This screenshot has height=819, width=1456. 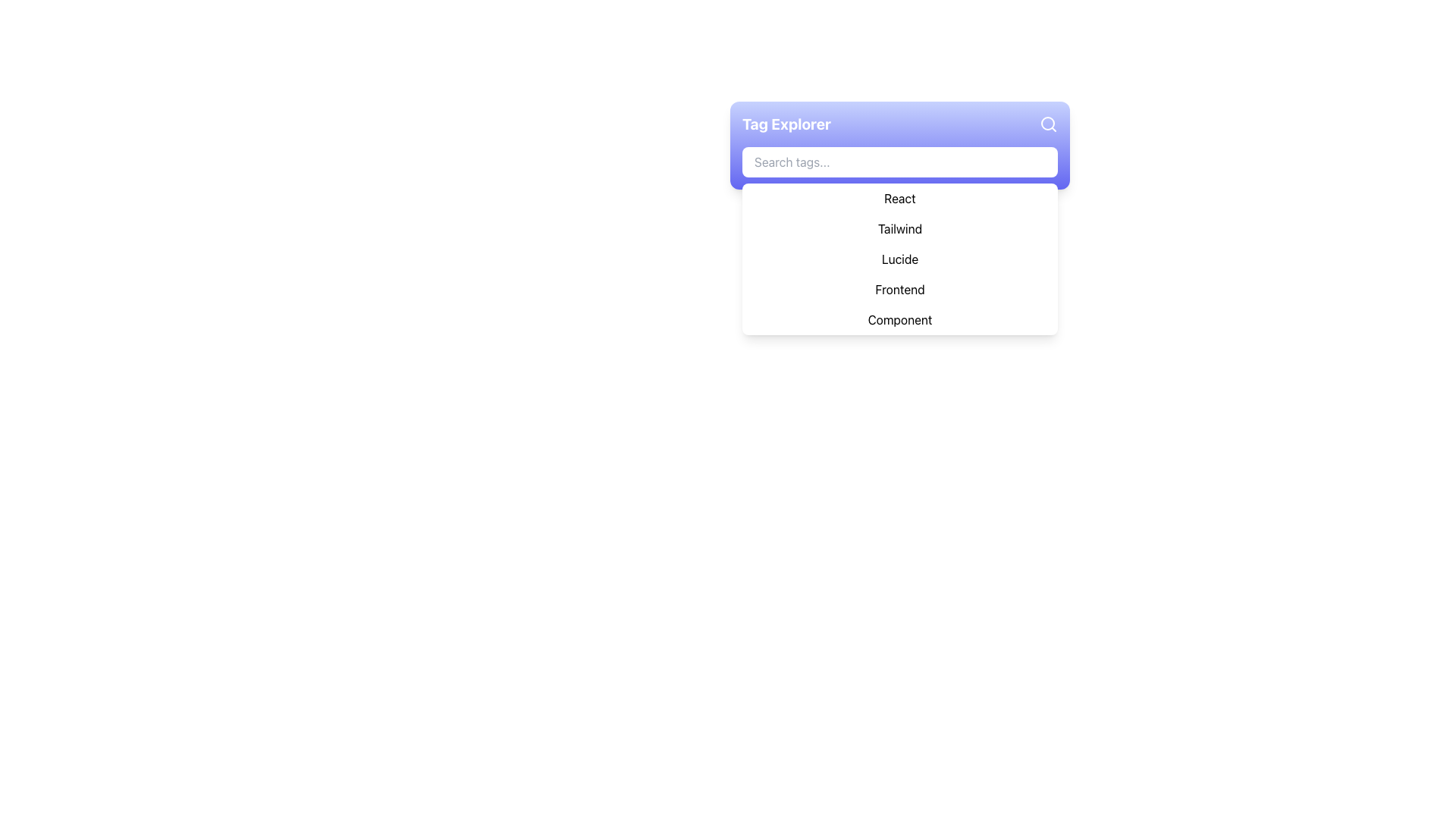 I want to click on the first entry in the dropdown menu labeled 'React', which is located directly beneath the 'Tag Explorer' search bar, so click(x=899, y=198).